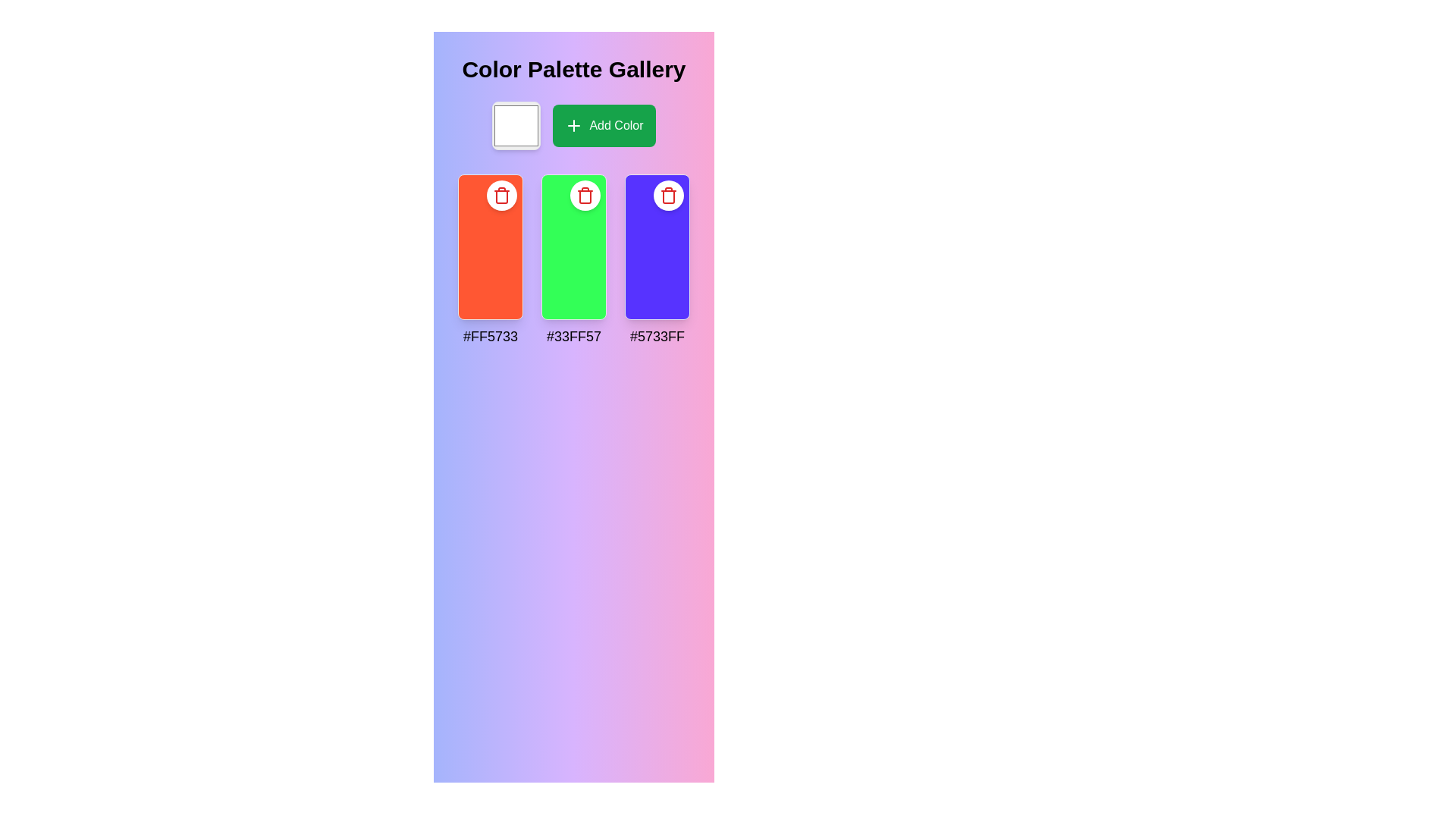 The width and height of the screenshot is (1456, 819). I want to click on the color swatch representing white, so click(516, 124).